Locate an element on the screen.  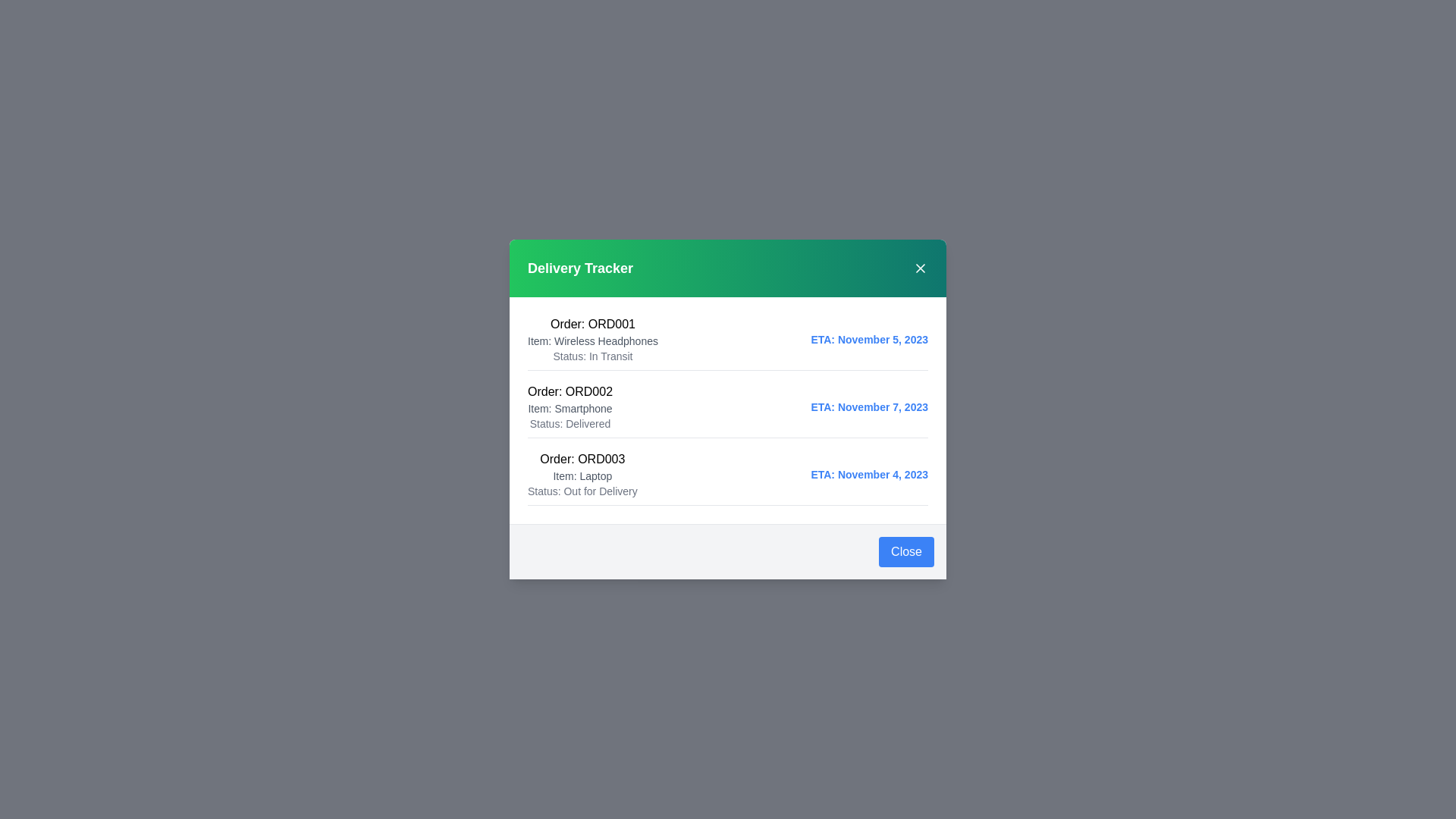
the 'Close' button in the footer to close the dialog is located at coordinates (906, 552).